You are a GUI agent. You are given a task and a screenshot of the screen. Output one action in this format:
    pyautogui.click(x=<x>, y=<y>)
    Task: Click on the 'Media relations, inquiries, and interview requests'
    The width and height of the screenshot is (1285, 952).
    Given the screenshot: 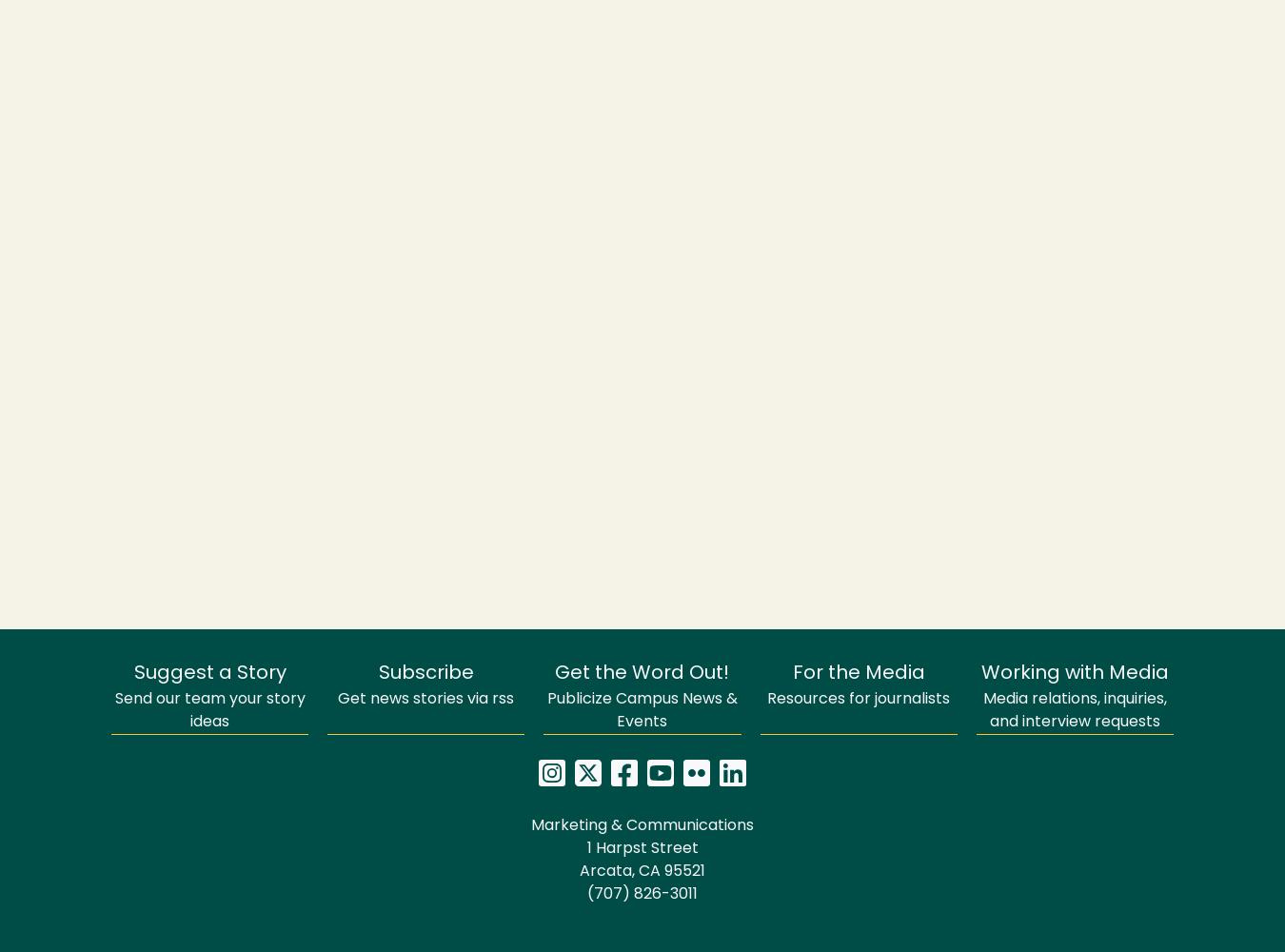 What is the action you would take?
    pyautogui.click(x=1073, y=710)
    